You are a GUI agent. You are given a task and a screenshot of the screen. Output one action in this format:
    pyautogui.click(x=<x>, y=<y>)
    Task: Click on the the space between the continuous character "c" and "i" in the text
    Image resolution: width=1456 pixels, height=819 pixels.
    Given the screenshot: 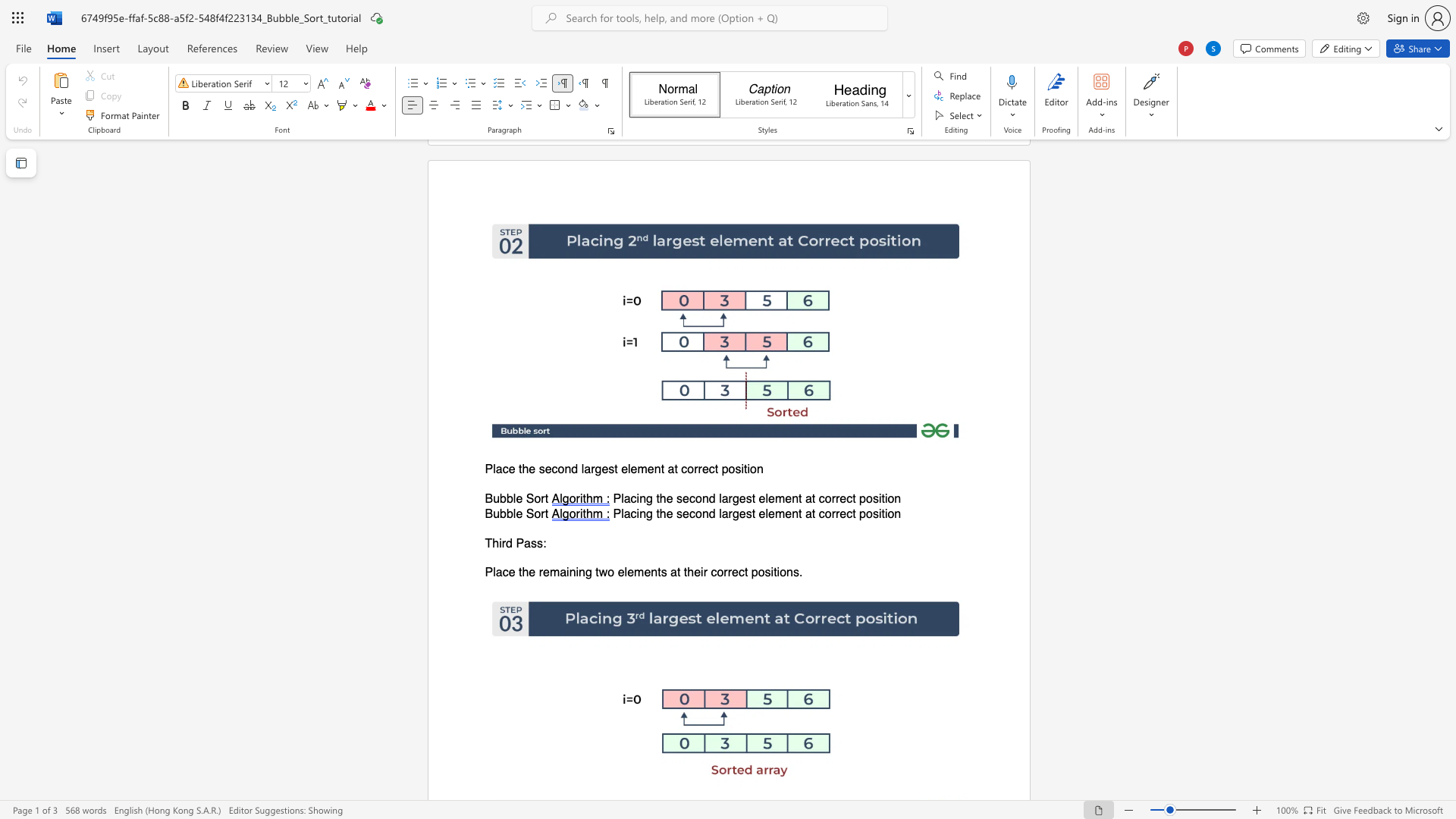 What is the action you would take?
    pyautogui.click(x=635, y=499)
    